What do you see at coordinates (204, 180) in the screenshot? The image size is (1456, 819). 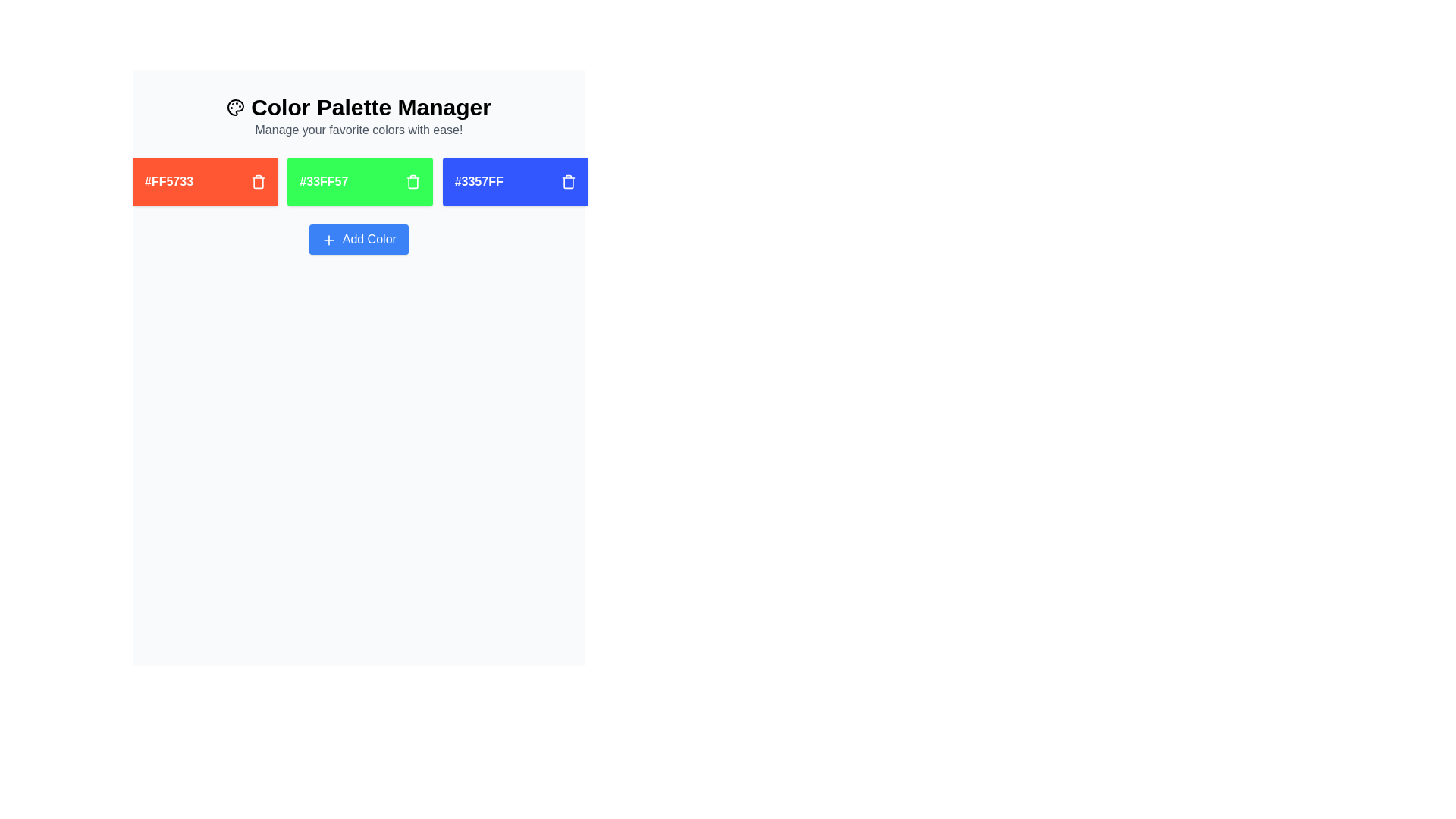 I see `the colored box with label and trash can icon representing the color '#FF5733' in the color palette manager` at bounding box center [204, 180].